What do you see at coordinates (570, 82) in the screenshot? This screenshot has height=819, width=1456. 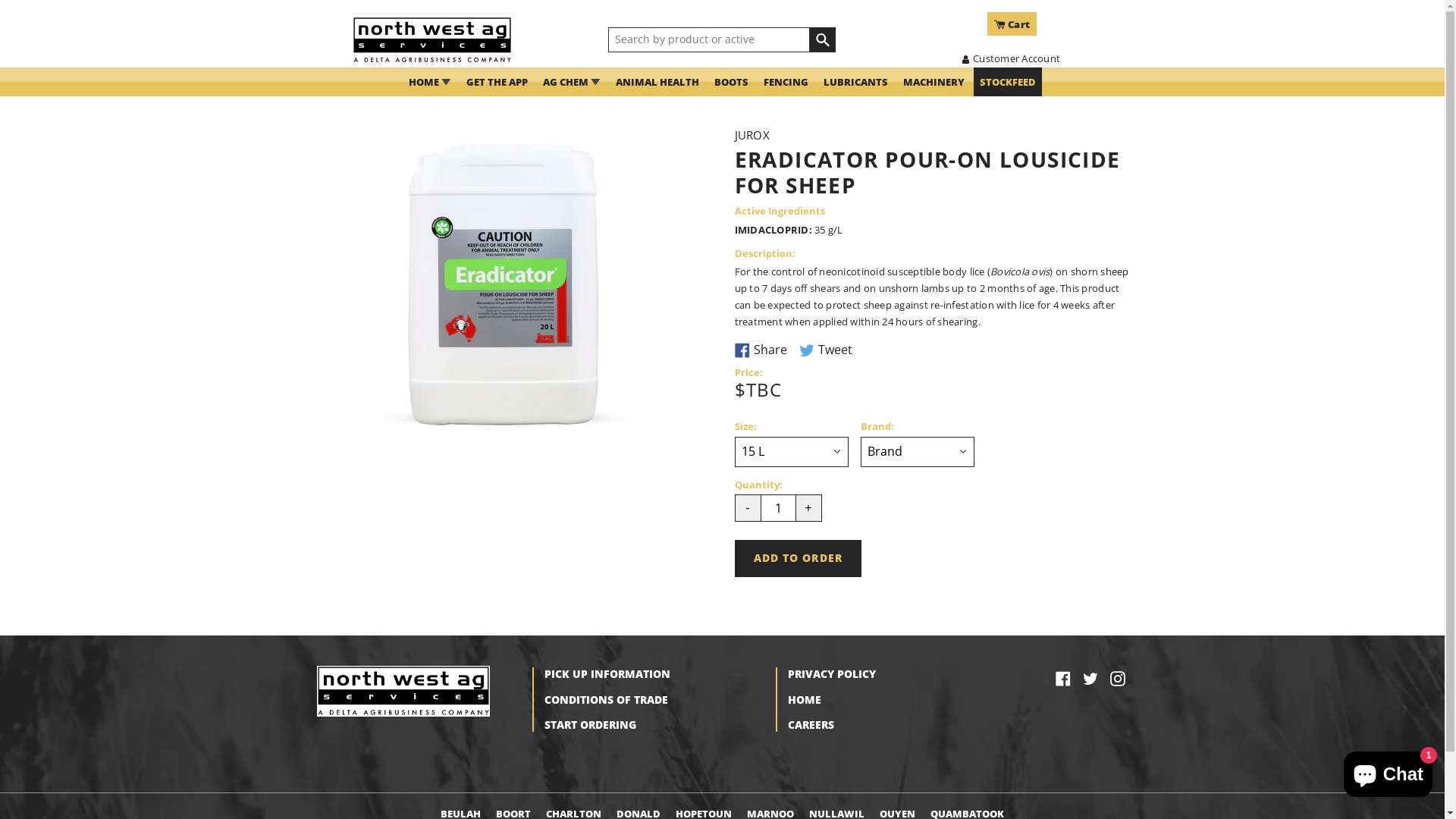 I see `'AG CHEM` at bounding box center [570, 82].